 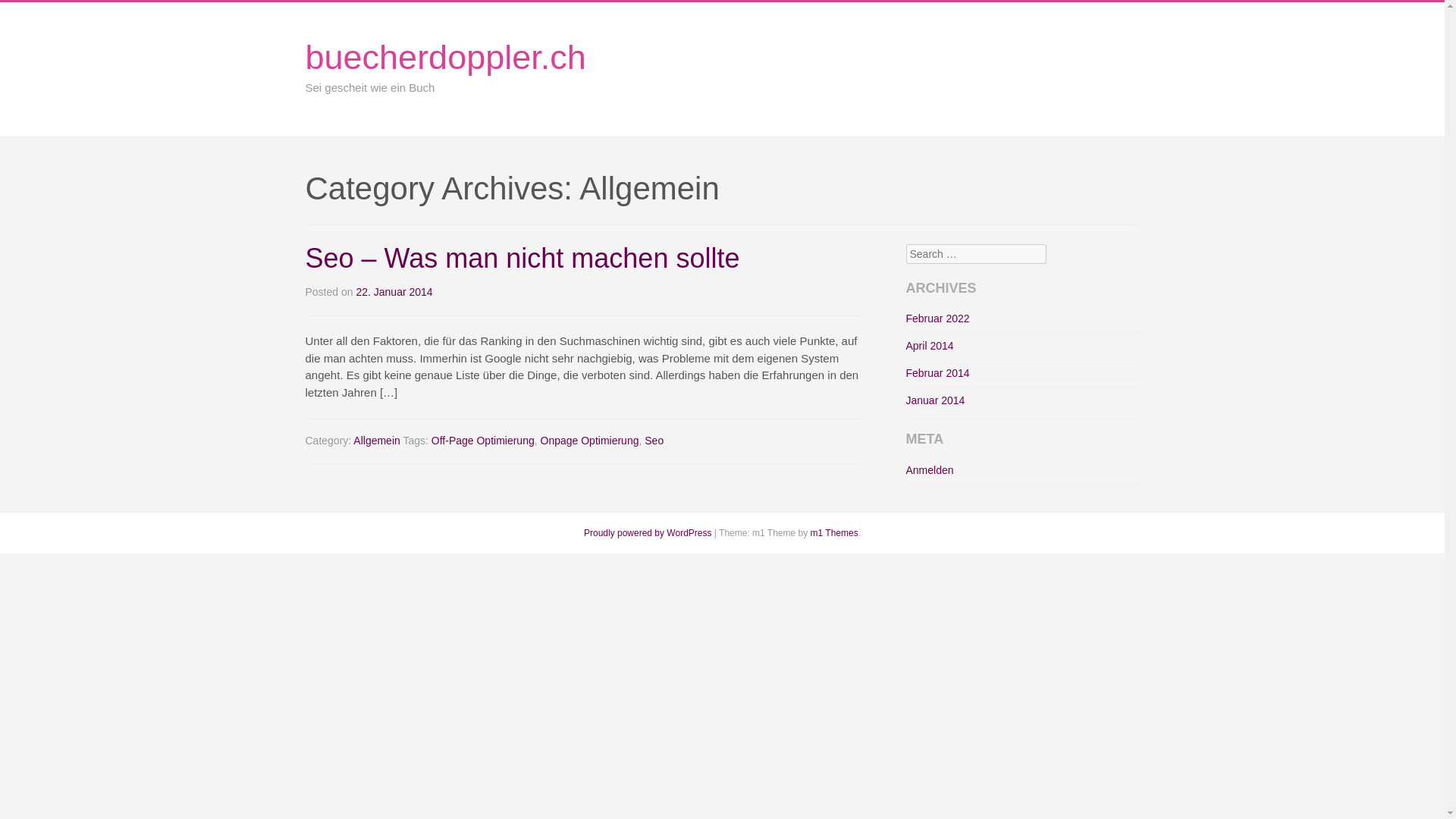 What do you see at coordinates (482, 441) in the screenshot?
I see `'Off-Page Optimierung'` at bounding box center [482, 441].